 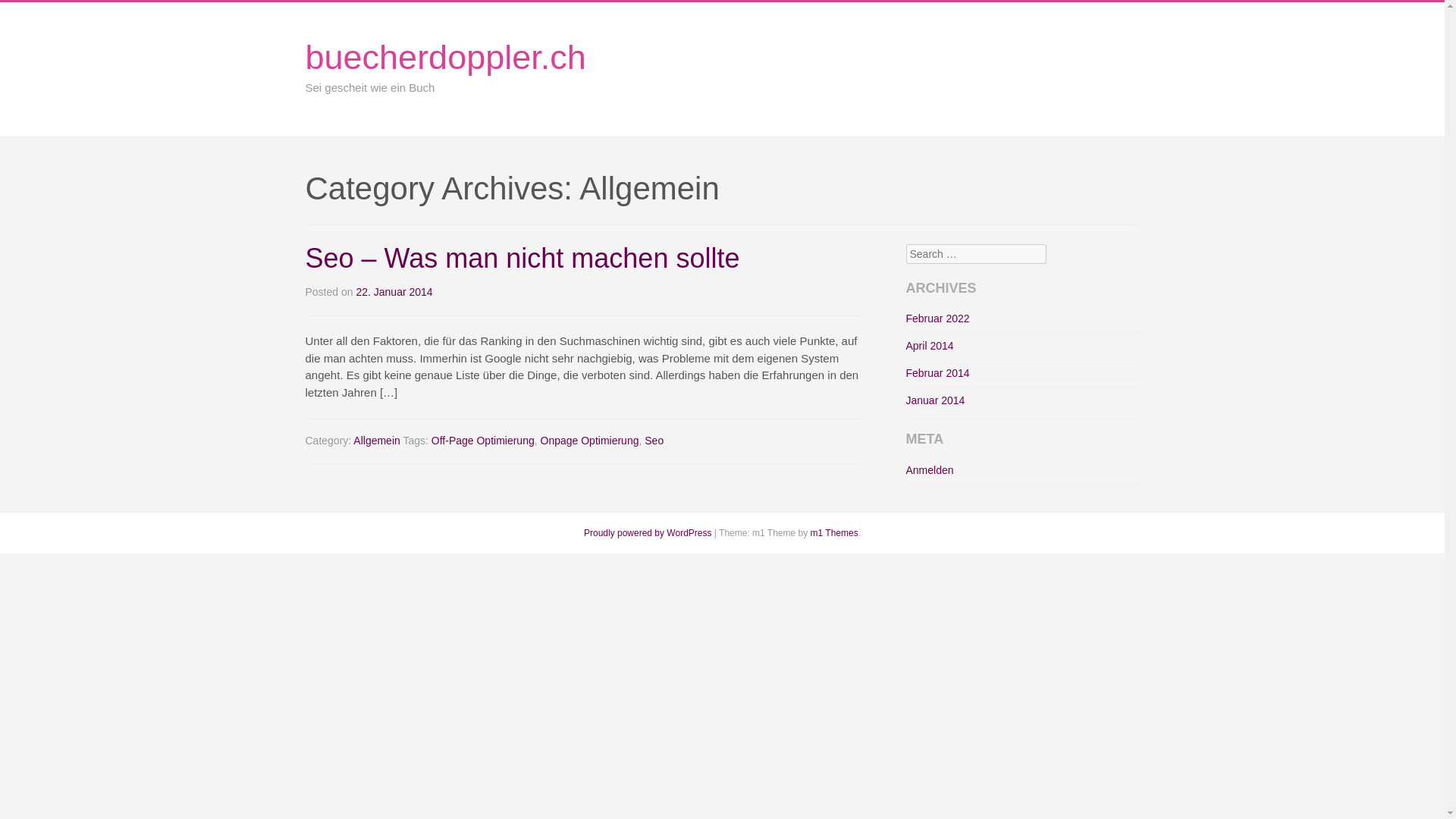 What do you see at coordinates (482, 441) in the screenshot?
I see `'Off-Page Optimierung'` at bounding box center [482, 441].